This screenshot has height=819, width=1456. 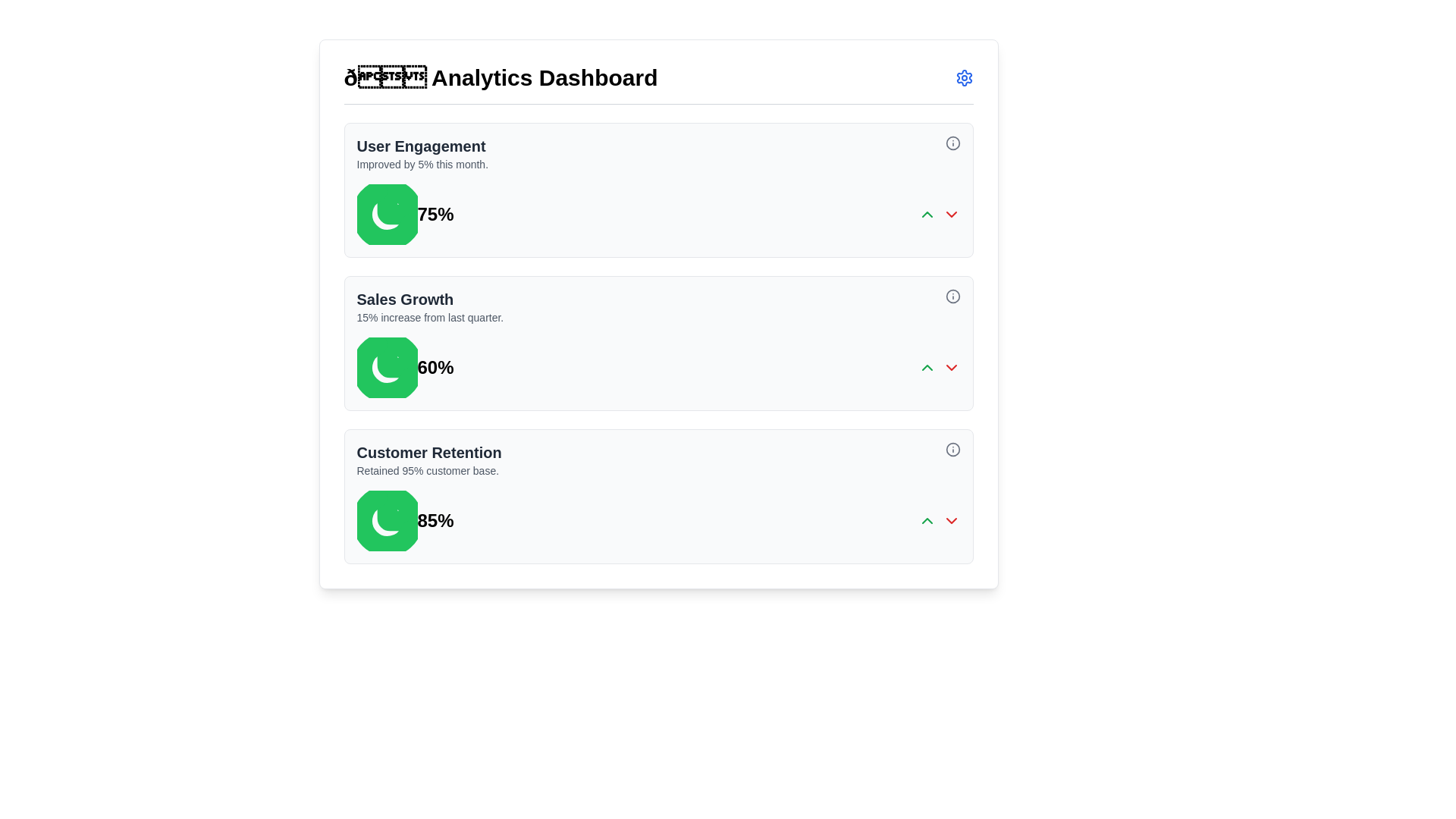 What do you see at coordinates (429, 317) in the screenshot?
I see `the static text label providing insights into the sales growth figure located below the 'Sales Growth' title in the second card` at bounding box center [429, 317].